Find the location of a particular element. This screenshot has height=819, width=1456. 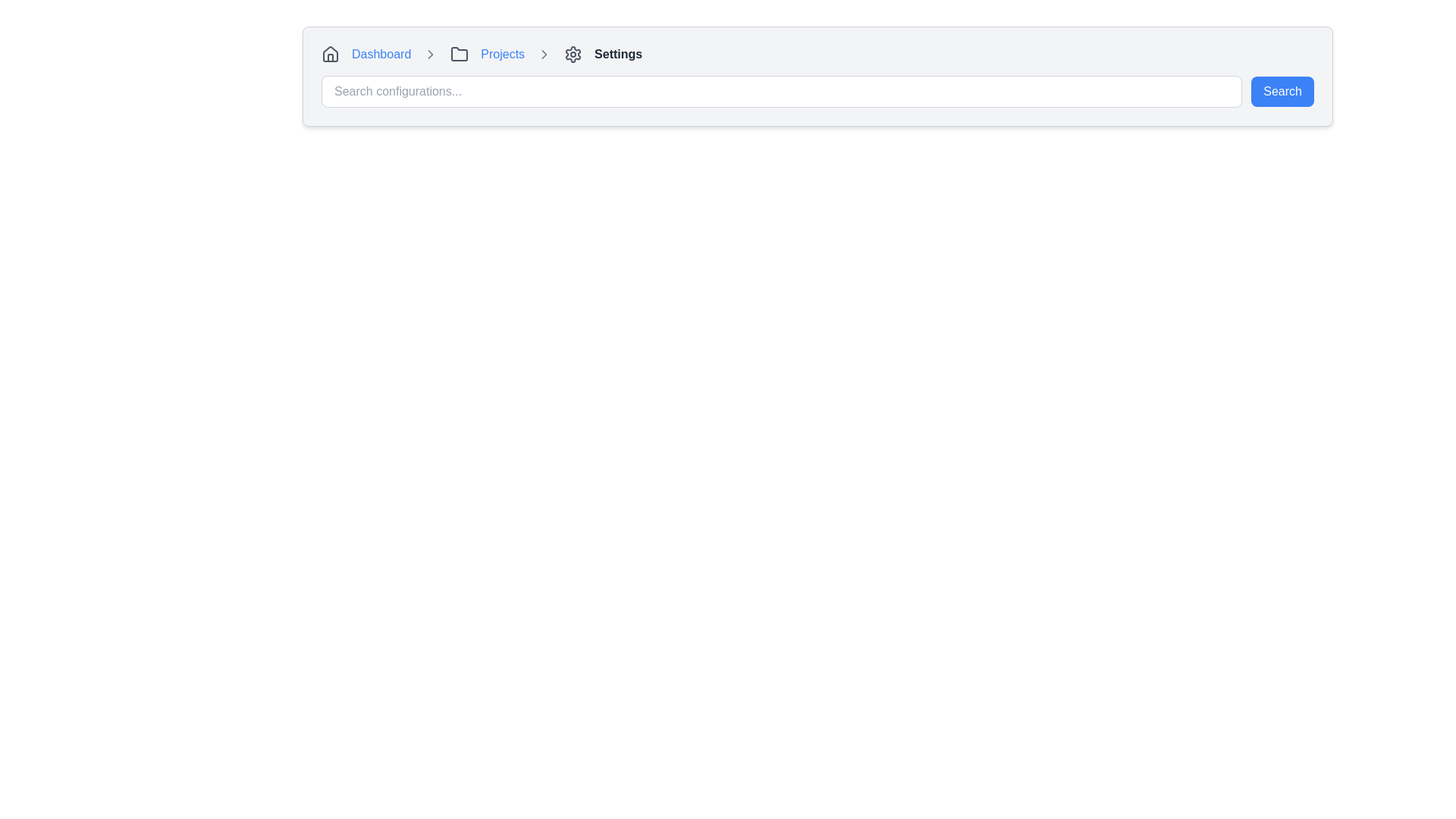

the settings icon is located at coordinates (573, 54).